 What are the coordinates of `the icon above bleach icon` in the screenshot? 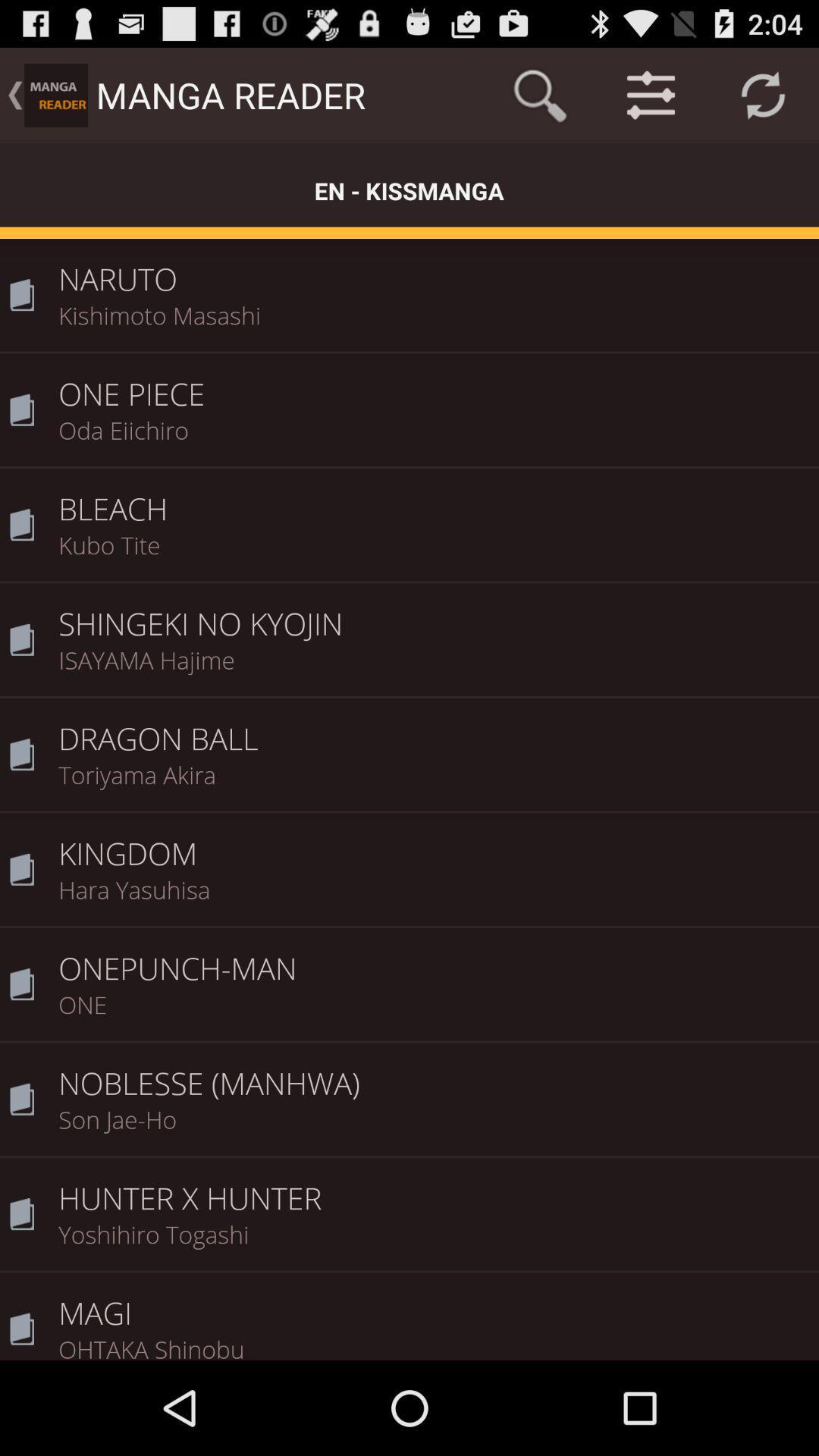 It's located at (433, 439).